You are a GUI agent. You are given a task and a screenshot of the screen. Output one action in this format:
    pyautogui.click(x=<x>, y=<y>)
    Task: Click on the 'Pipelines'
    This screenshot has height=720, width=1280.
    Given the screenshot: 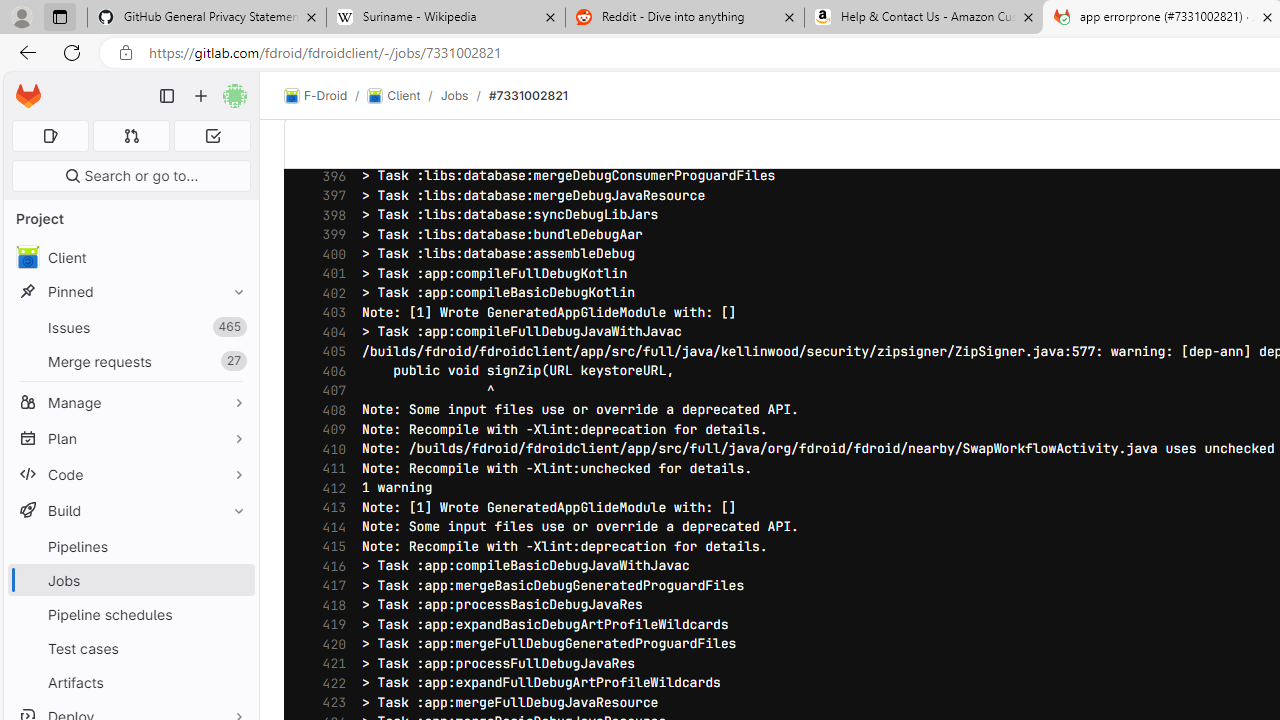 What is the action you would take?
    pyautogui.click(x=130, y=546)
    